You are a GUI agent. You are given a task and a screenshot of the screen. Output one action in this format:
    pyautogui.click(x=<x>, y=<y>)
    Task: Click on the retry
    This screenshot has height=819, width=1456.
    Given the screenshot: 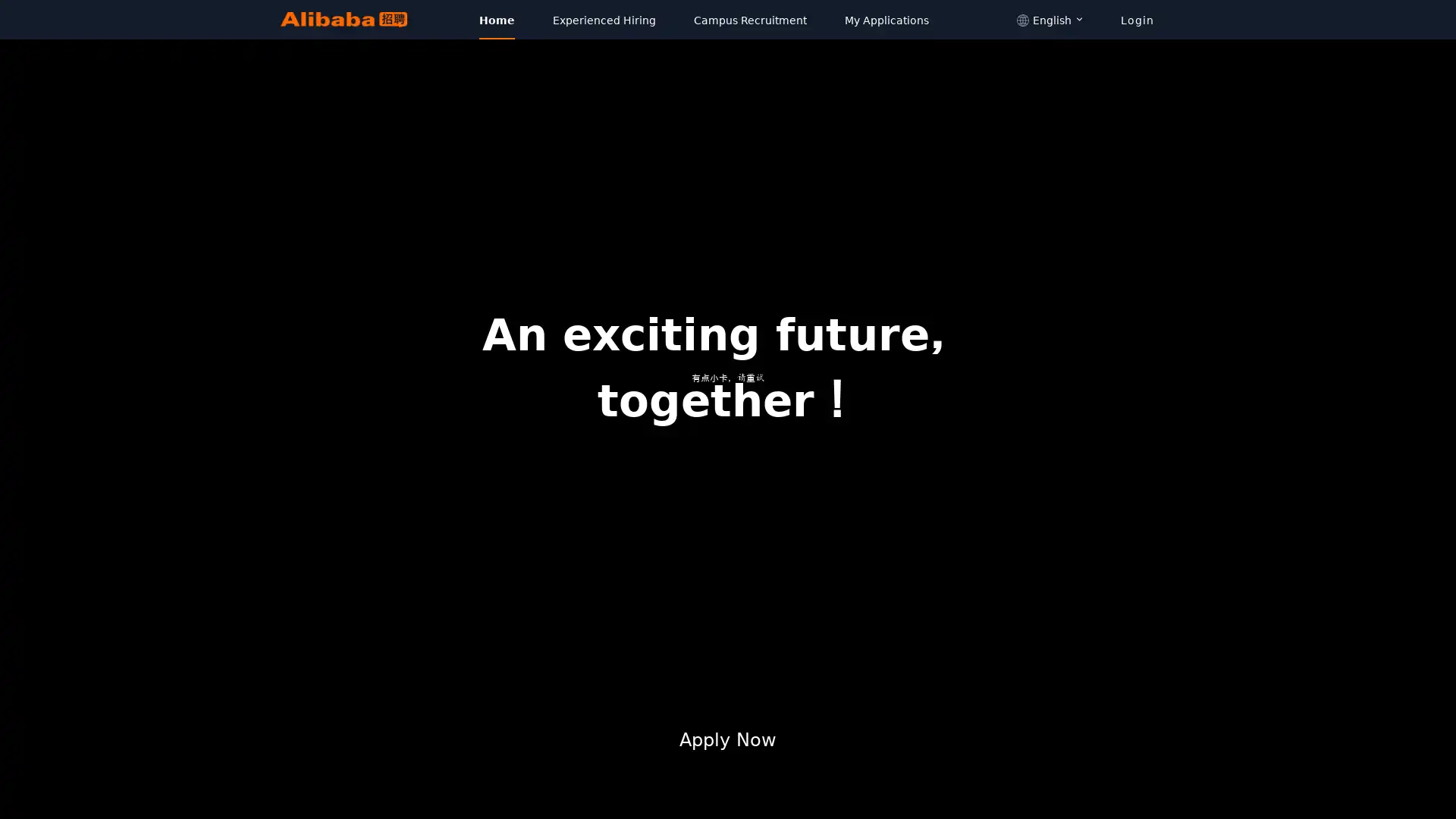 What is the action you would take?
    pyautogui.click(x=728, y=406)
    